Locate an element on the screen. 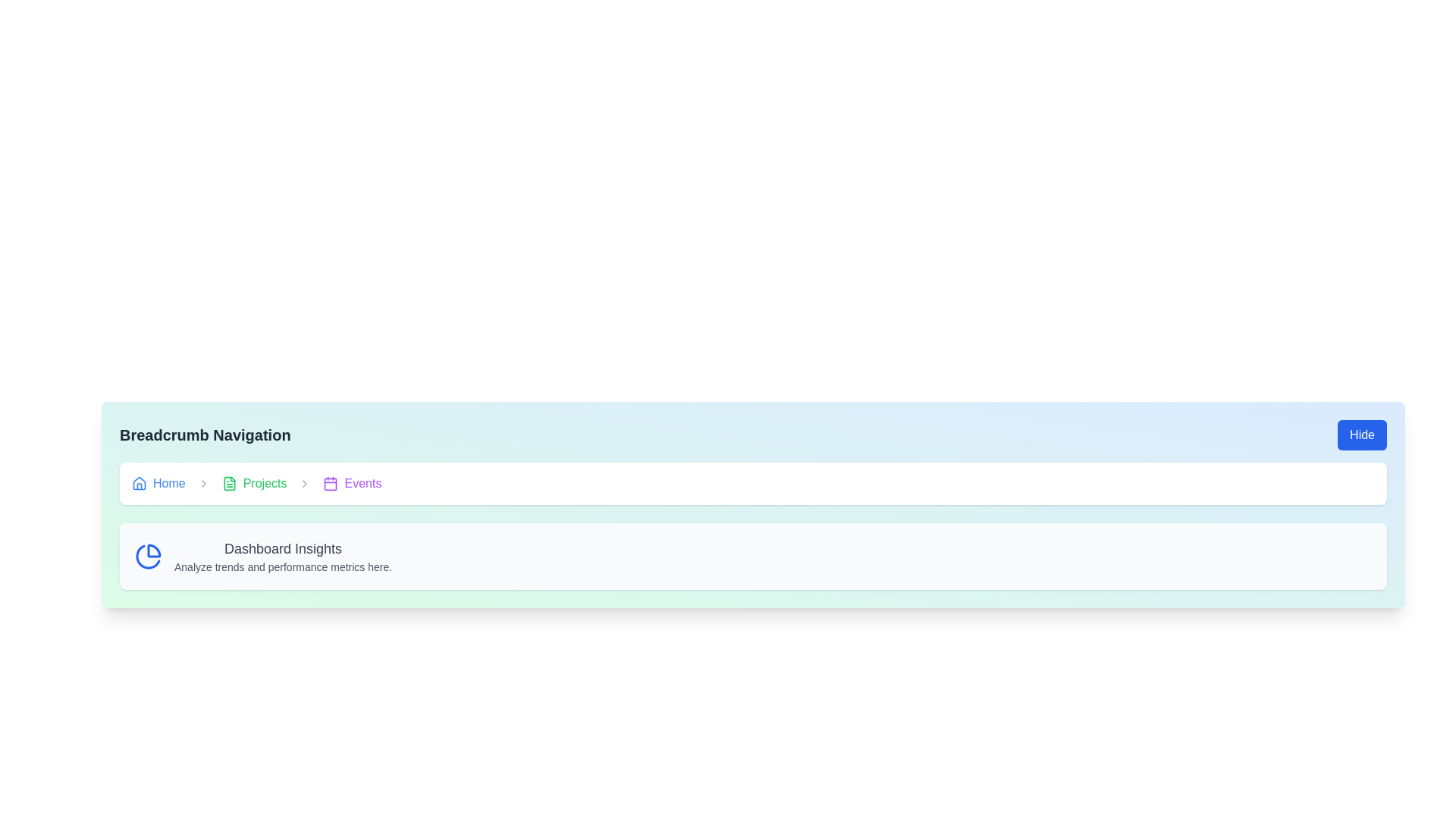 This screenshot has width=1456, height=819. the breadcrumb link labeled 'Projects' is located at coordinates (265, 483).